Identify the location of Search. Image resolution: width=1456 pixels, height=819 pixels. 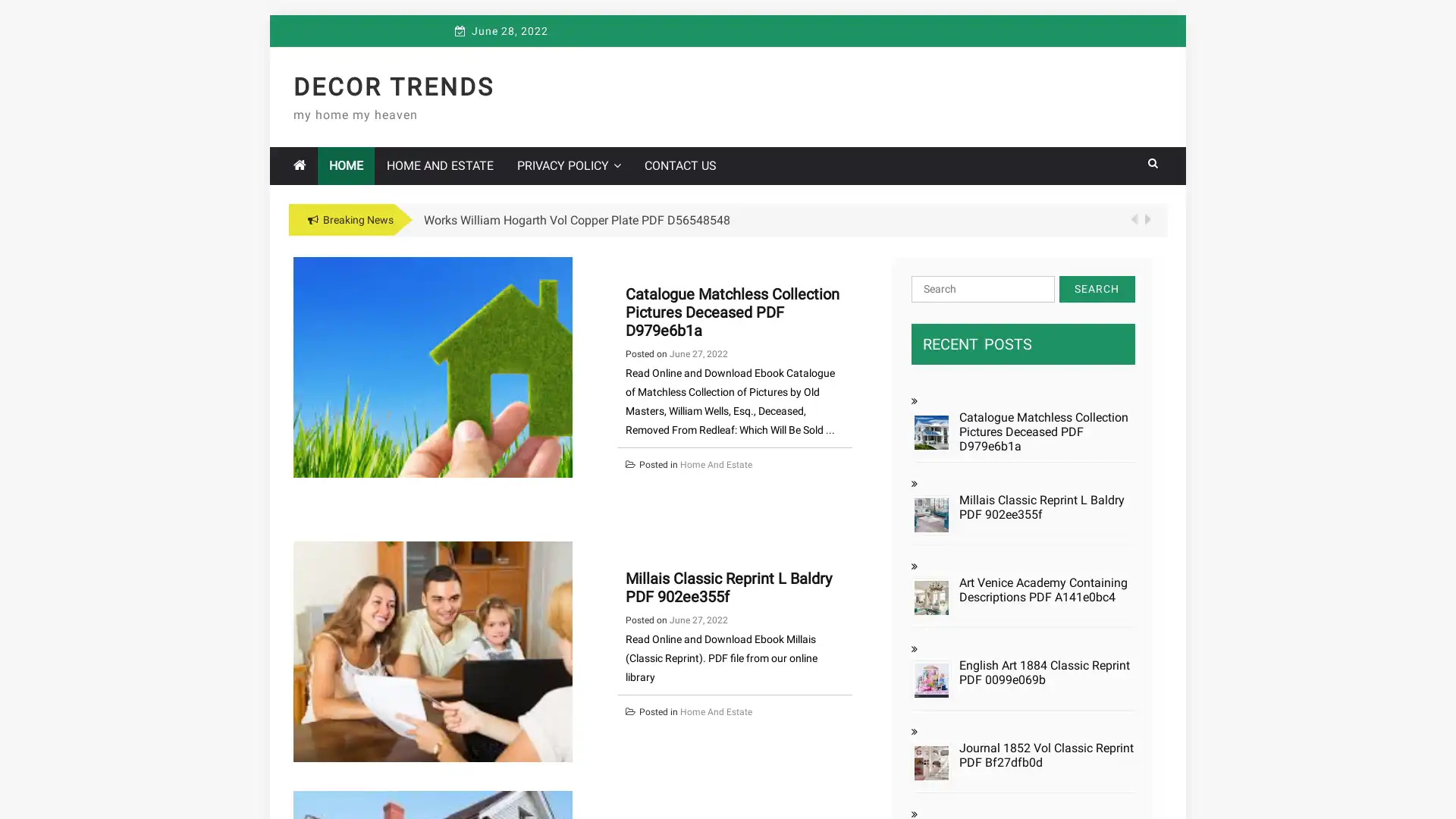
(1096, 288).